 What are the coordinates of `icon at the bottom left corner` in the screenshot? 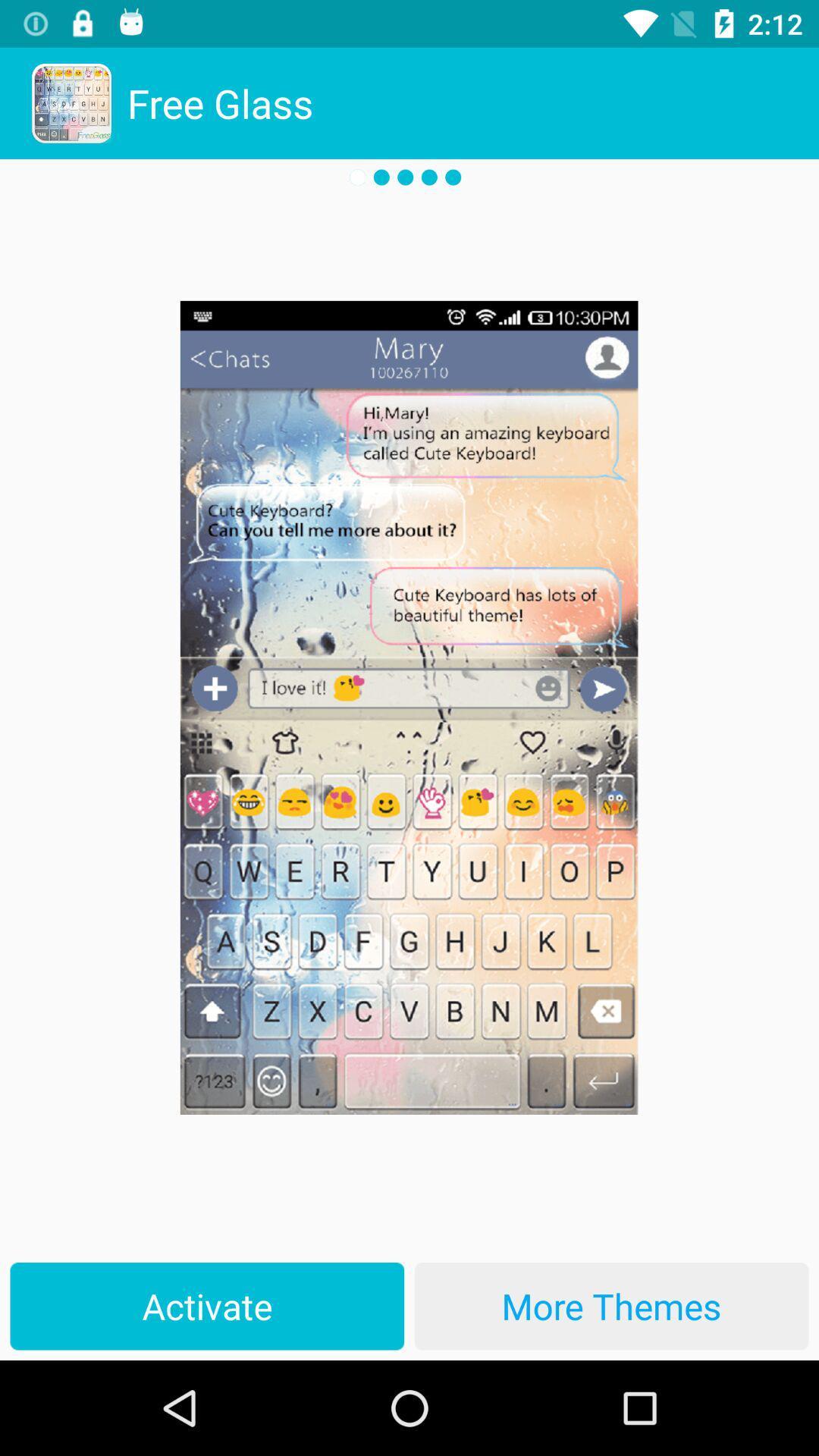 It's located at (207, 1305).